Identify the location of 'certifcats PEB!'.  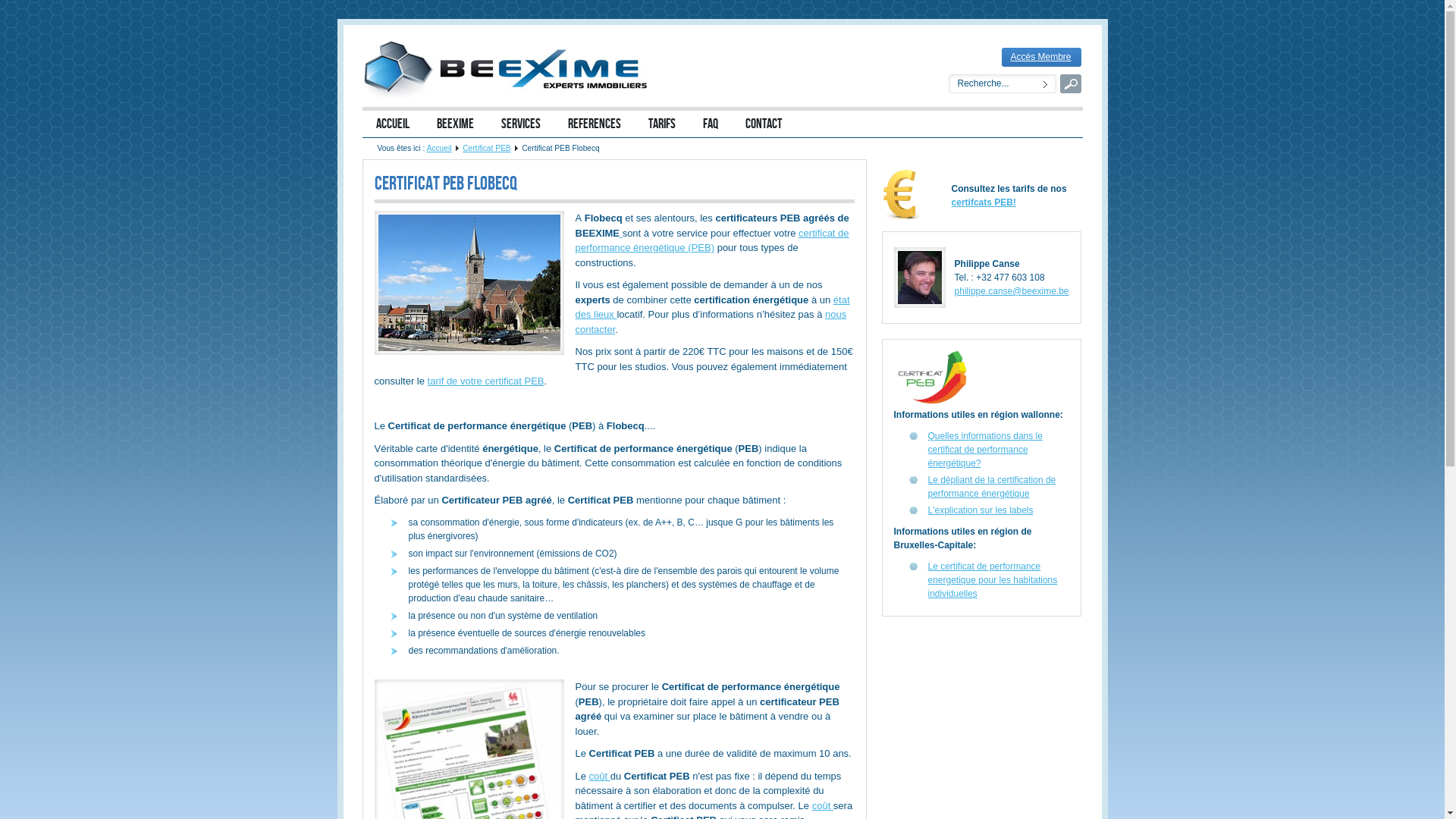
(984, 201).